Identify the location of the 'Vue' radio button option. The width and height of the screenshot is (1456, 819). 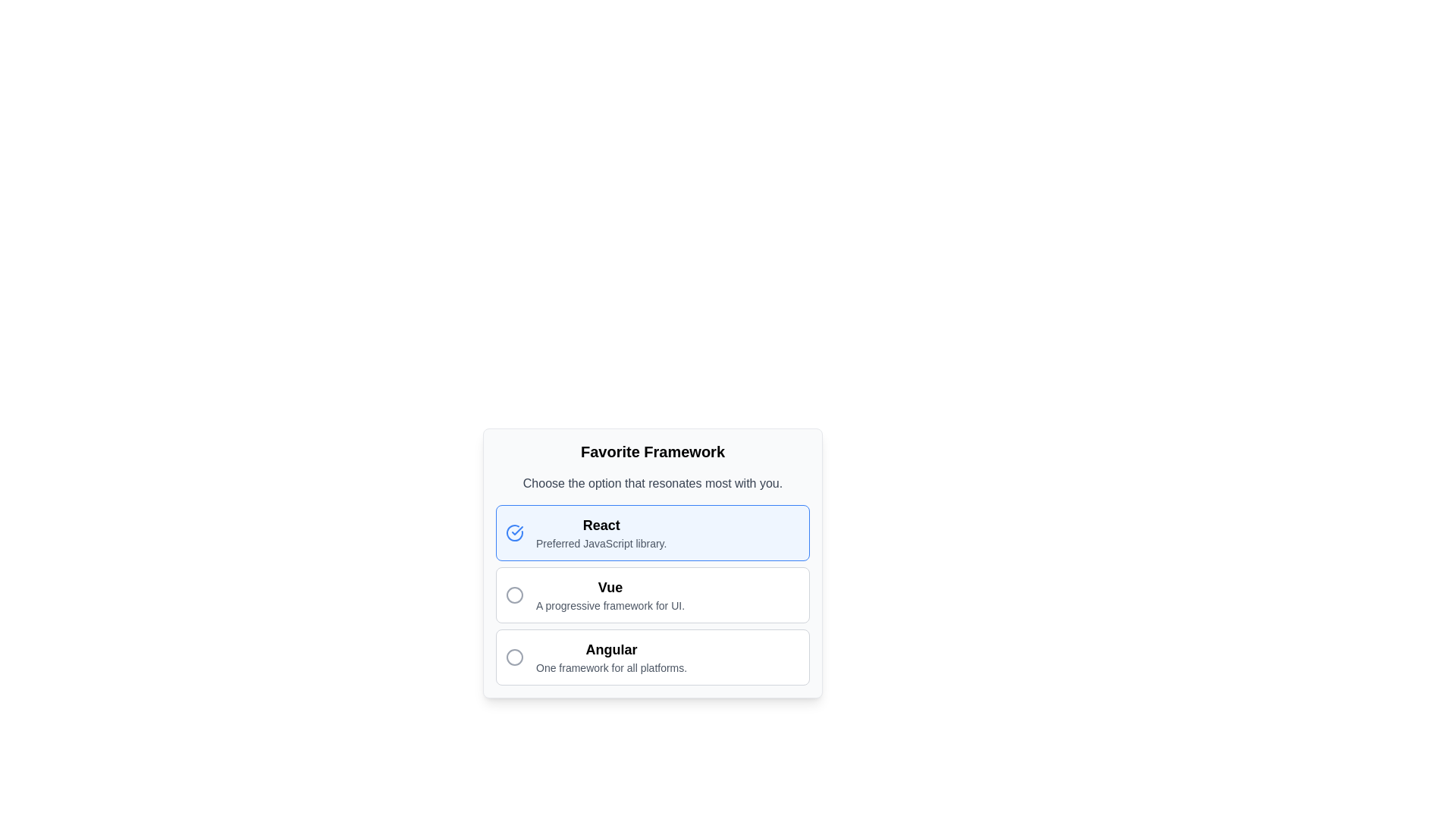
(652, 595).